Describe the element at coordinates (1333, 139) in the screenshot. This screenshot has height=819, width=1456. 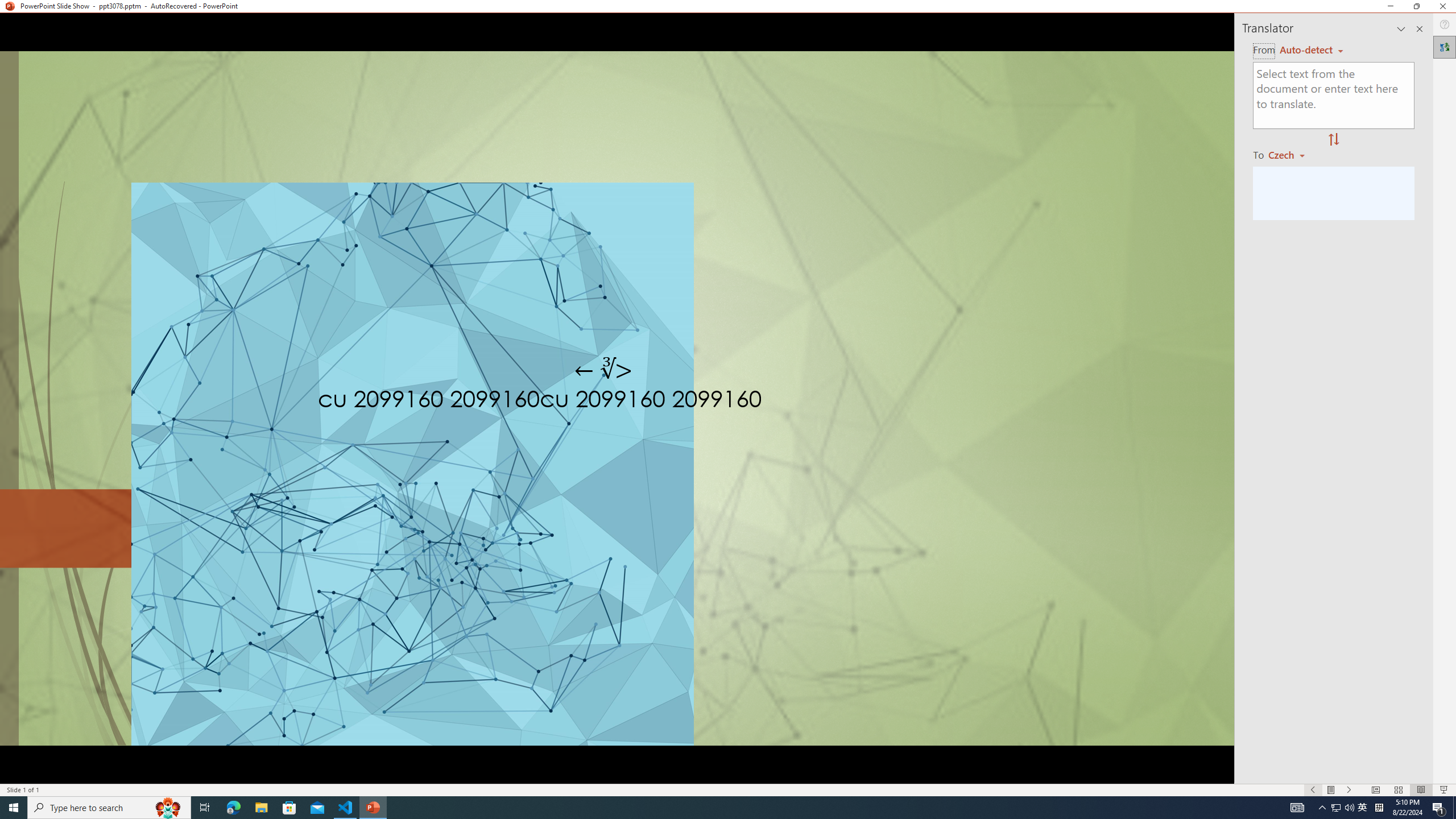
I see `'Swap "from" and "to" languages.'` at that location.